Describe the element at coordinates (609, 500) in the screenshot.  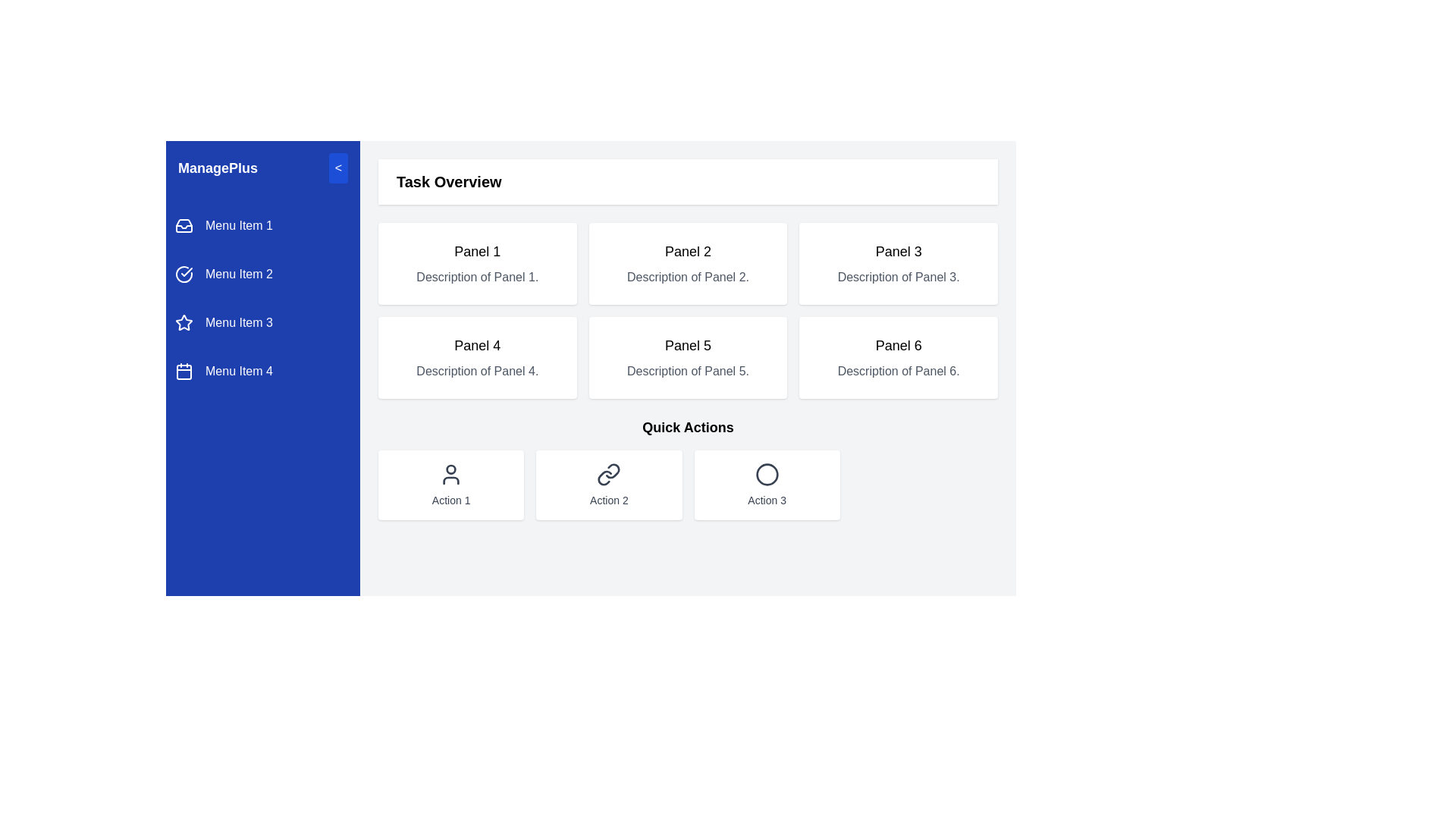
I see `the text label displaying 'Action 2', which is positioned below a link icon in the second box of the 'Quick Actions' section` at that location.